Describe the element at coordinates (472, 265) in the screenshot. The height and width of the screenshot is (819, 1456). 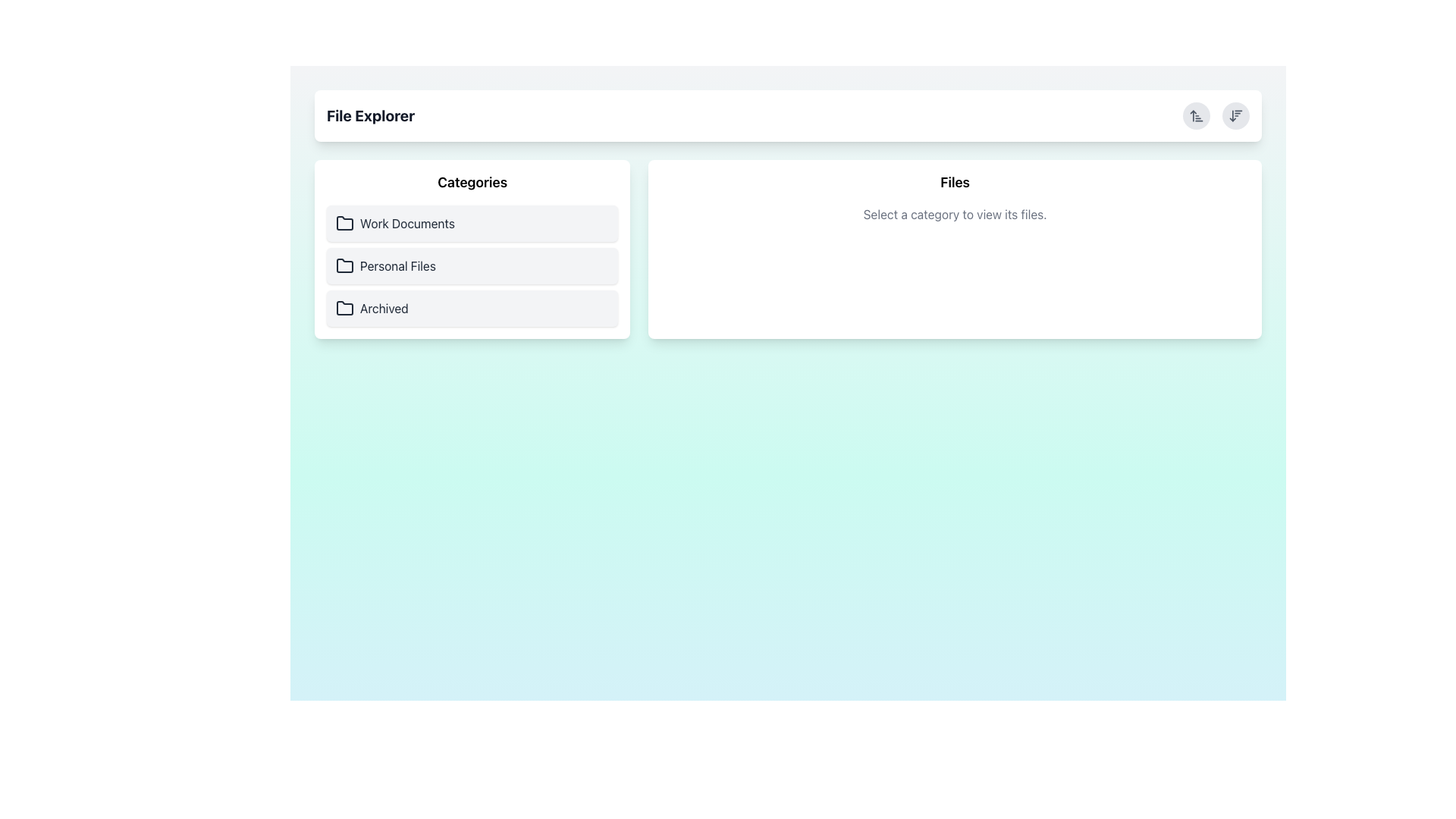
I see `the 'Personal Files' category selector in the File Explorer's left panel` at that location.